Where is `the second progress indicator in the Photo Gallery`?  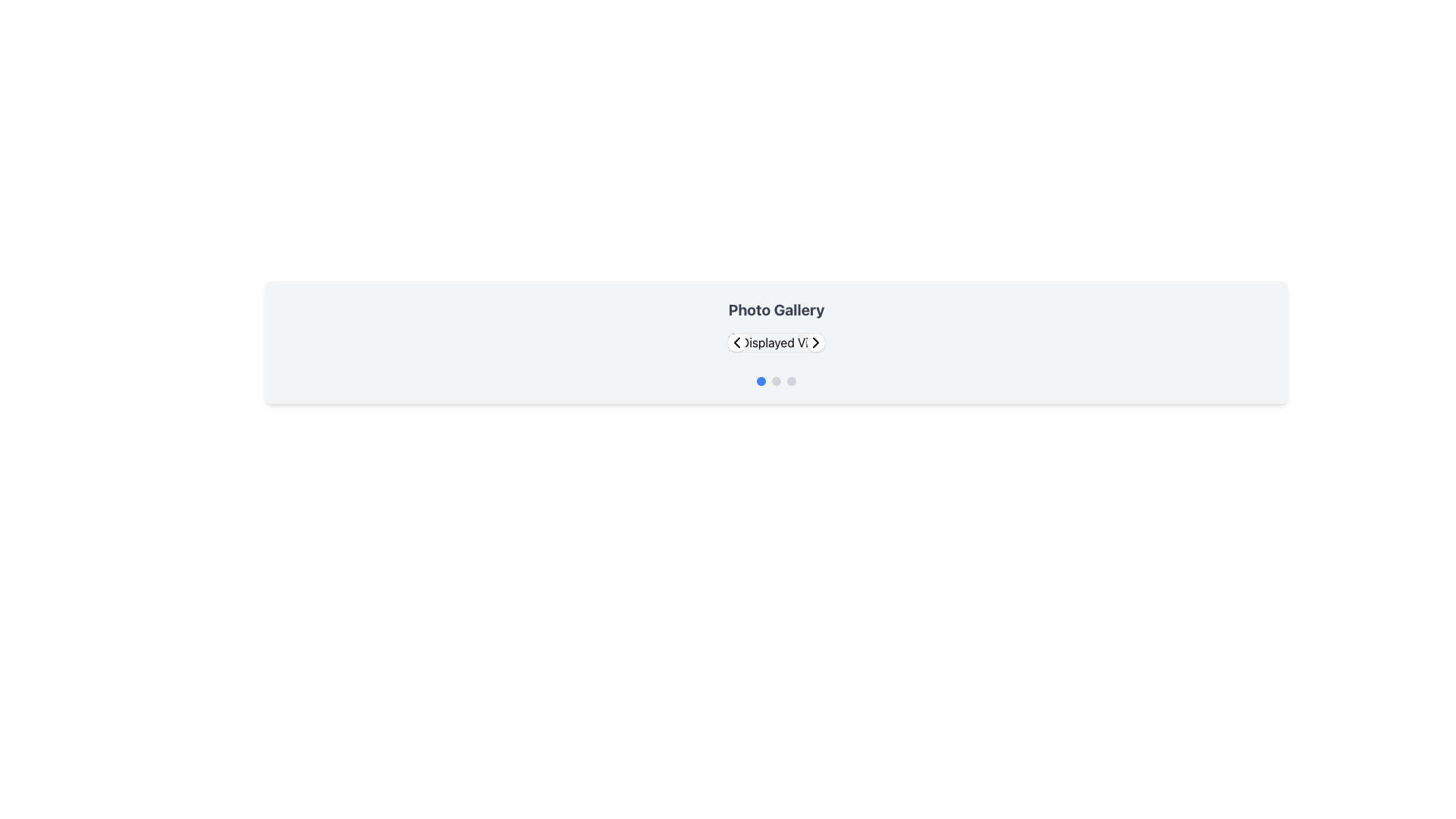
the second progress indicator in the Photo Gallery is located at coordinates (776, 380).